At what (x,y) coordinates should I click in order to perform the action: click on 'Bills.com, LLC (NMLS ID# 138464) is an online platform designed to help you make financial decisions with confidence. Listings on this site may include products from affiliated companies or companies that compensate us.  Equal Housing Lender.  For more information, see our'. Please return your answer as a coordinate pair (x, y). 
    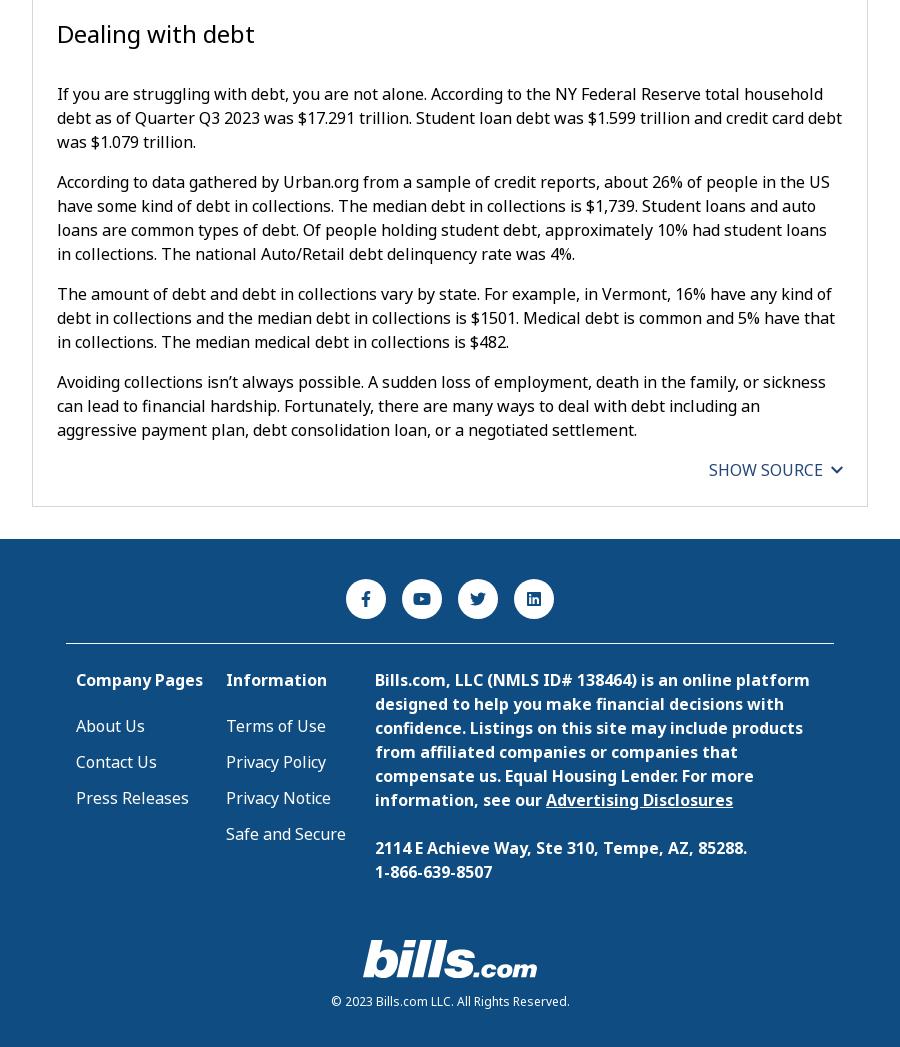
    Looking at the image, I should click on (375, 740).